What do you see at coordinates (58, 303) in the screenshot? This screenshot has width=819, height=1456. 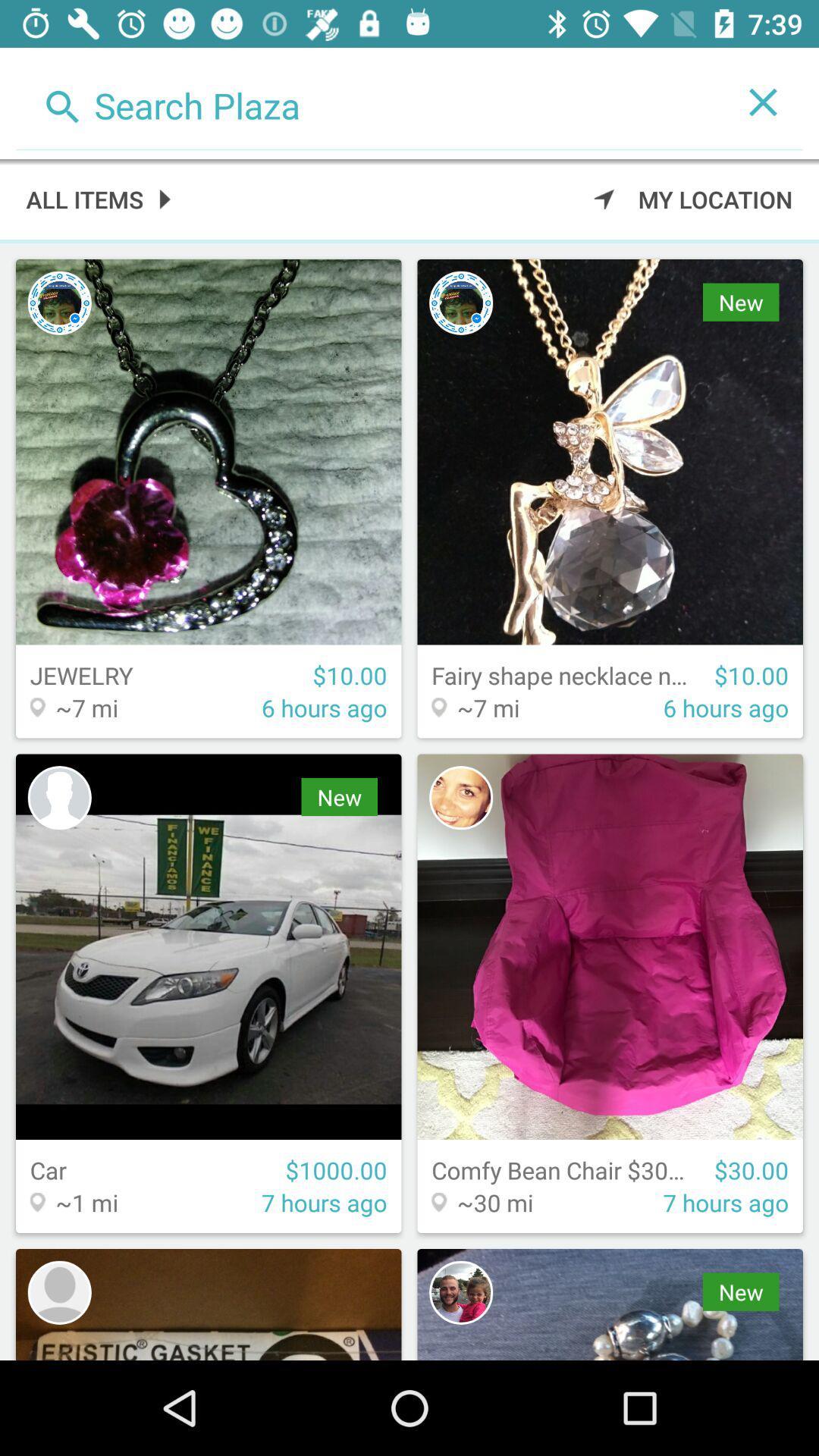 I see `contact pic` at bounding box center [58, 303].